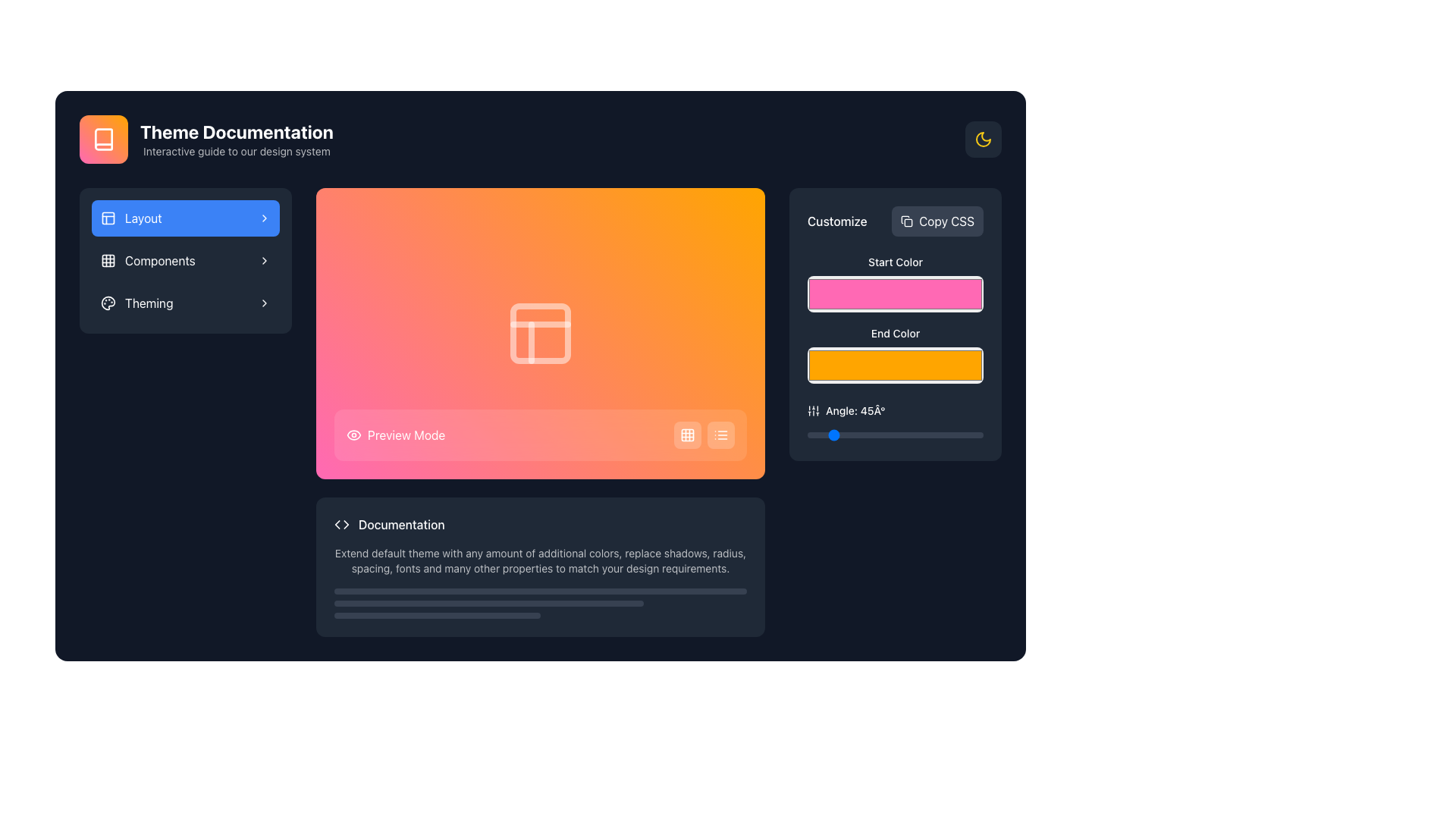 Image resolution: width=1456 pixels, height=819 pixels. Describe the element at coordinates (920, 435) in the screenshot. I see `the slider value` at that location.